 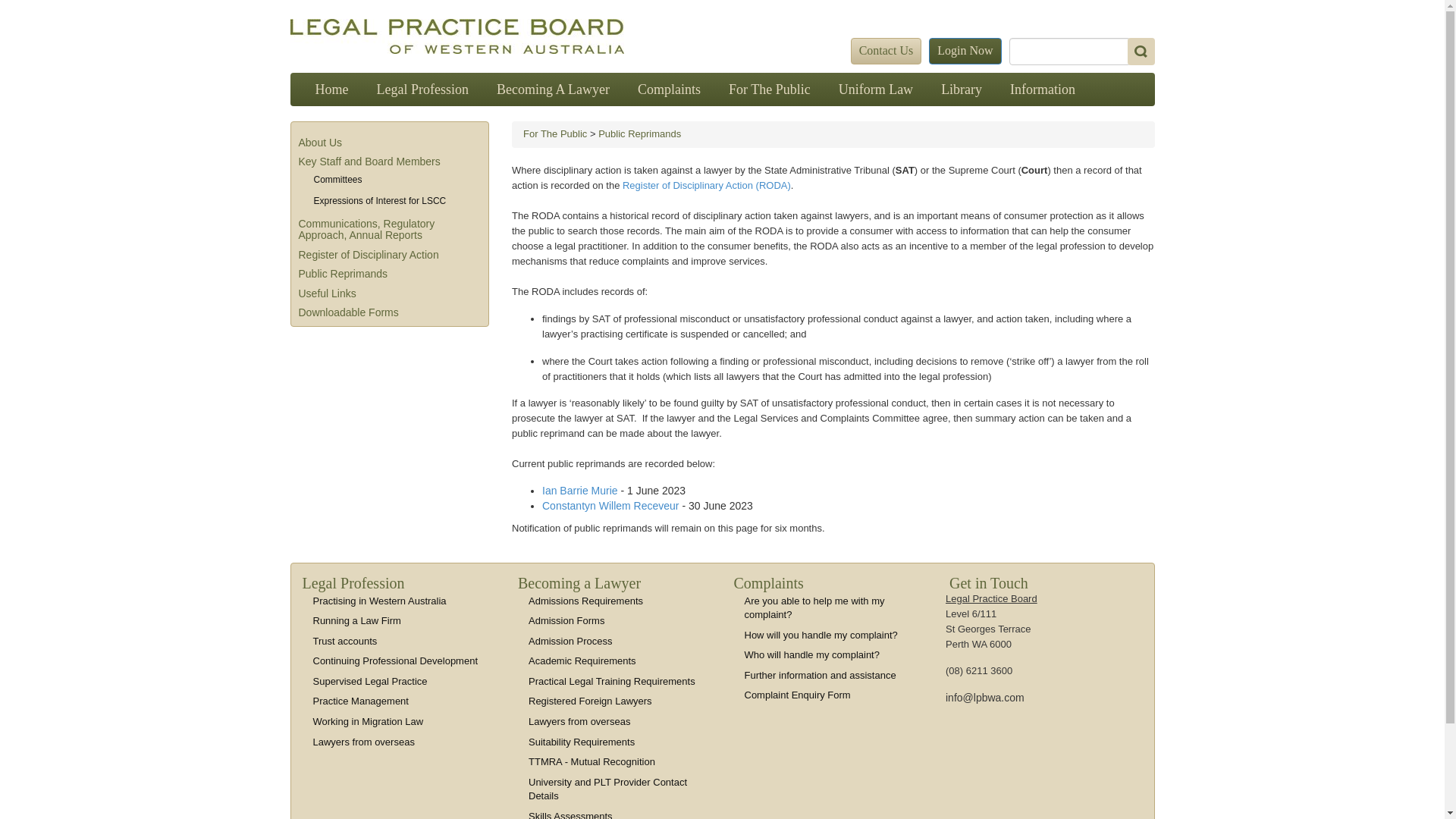 What do you see at coordinates (581, 740) in the screenshot?
I see `'Suitability Requirements'` at bounding box center [581, 740].